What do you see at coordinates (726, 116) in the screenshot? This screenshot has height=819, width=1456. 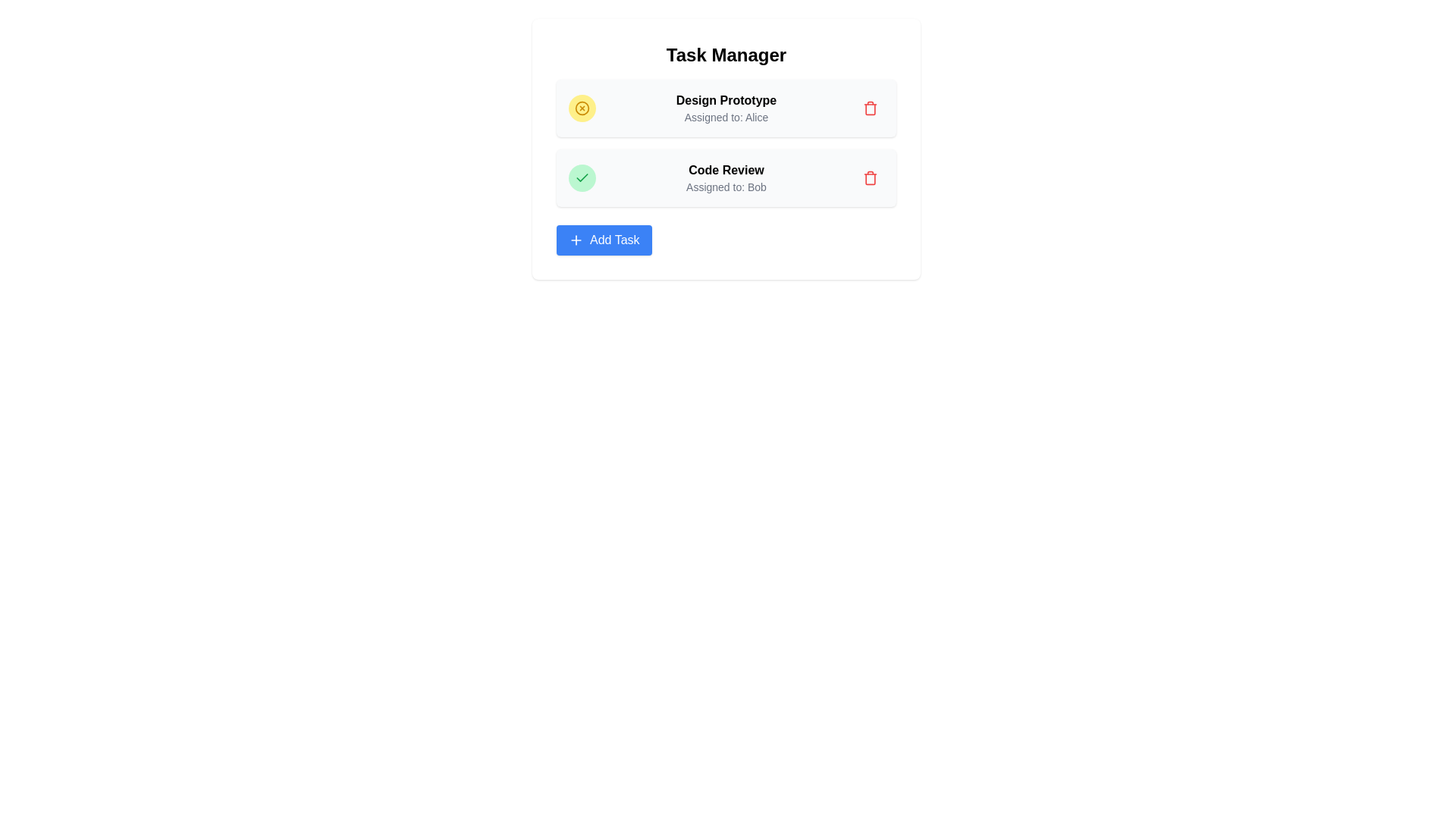 I see `the text label indicating the current assignee of the task titled 'Design Prototype', which is located directly below the task title and spans horizontally across the box` at bounding box center [726, 116].